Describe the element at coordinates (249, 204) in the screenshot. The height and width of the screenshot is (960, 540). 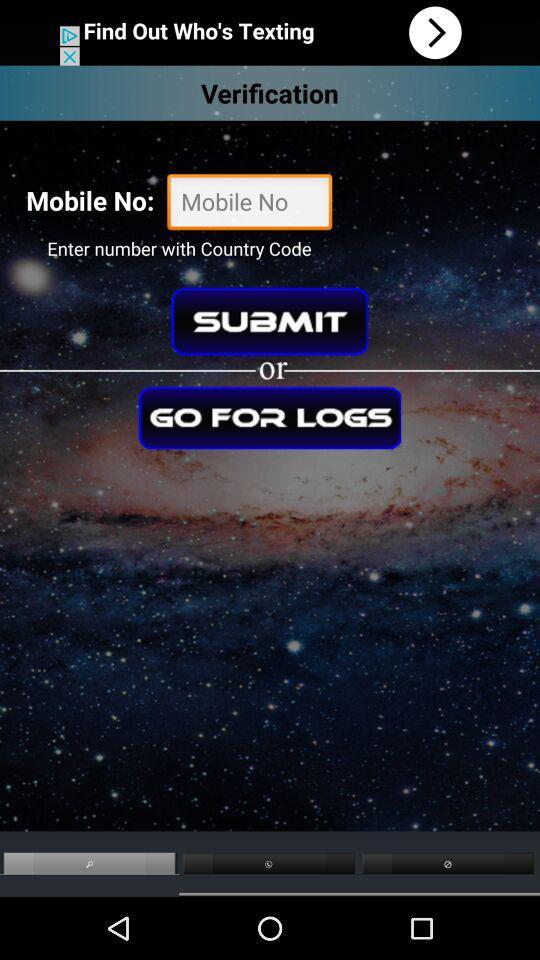
I see `input number` at that location.